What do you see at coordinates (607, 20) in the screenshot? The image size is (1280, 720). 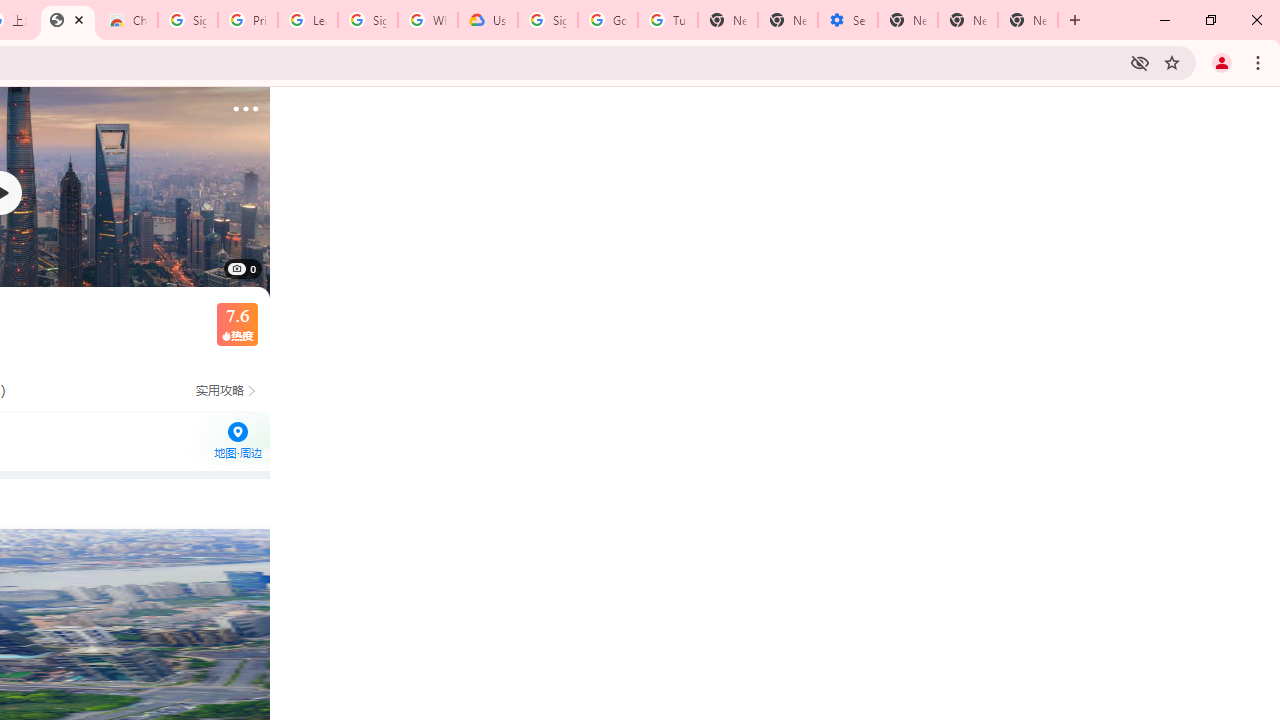 I see `'Google Account Help'` at bounding box center [607, 20].